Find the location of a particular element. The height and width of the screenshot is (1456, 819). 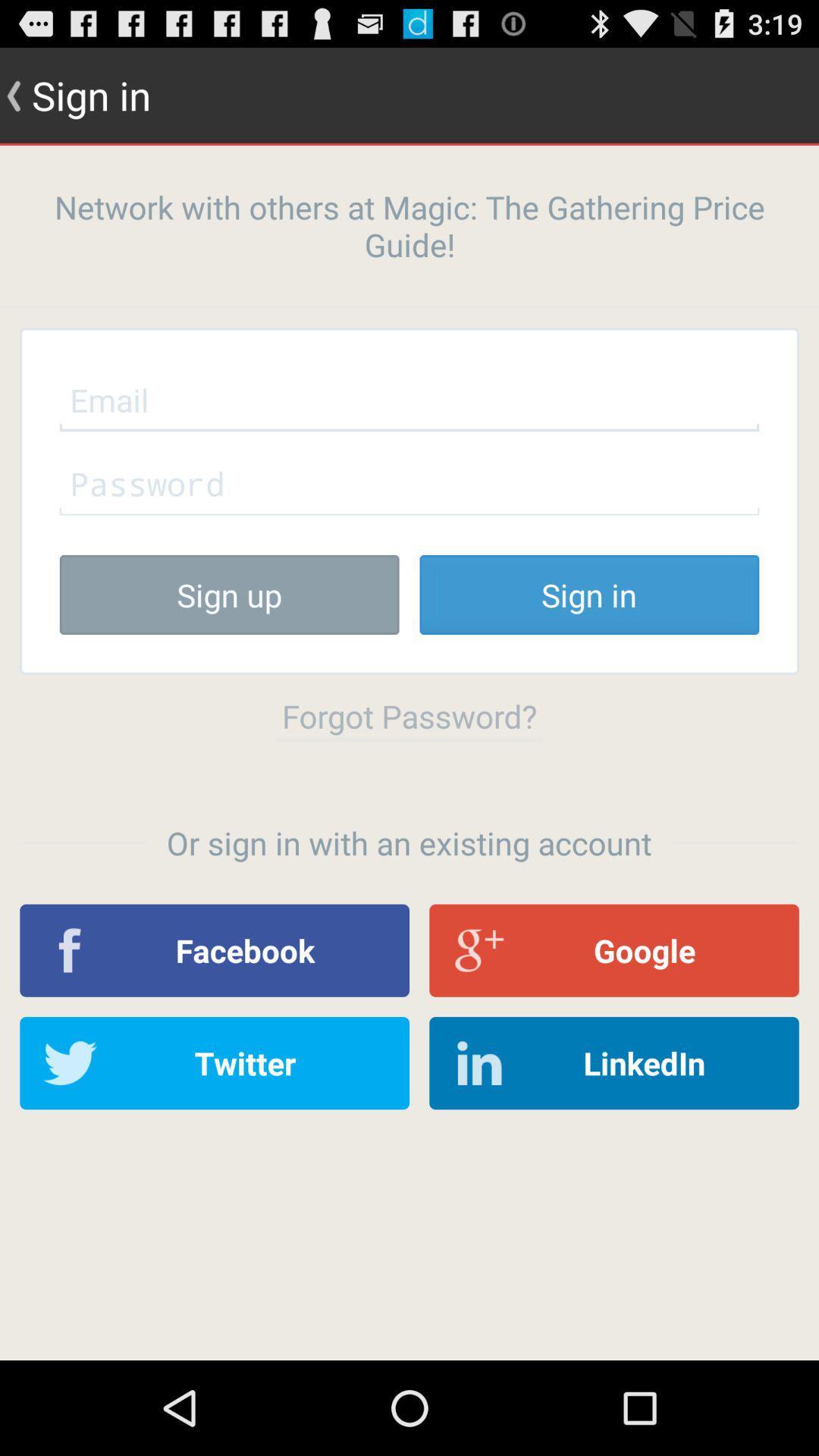

icon next to the facebook item is located at coordinates (614, 949).